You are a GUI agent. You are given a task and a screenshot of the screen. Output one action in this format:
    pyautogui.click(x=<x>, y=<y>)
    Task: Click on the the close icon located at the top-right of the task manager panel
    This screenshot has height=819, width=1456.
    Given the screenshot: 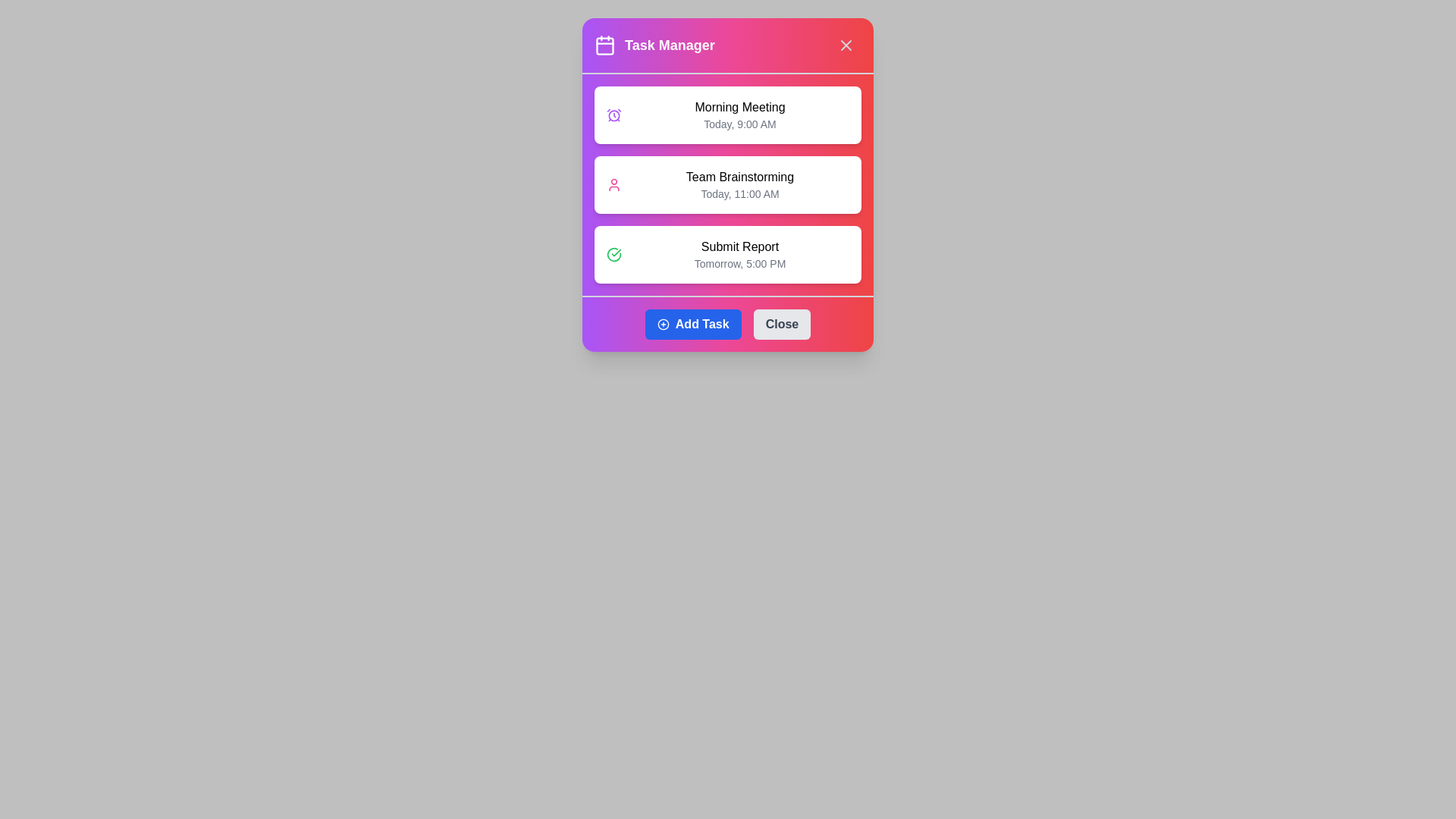 What is the action you would take?
    pyautogui.click(x=846, y=45)
    